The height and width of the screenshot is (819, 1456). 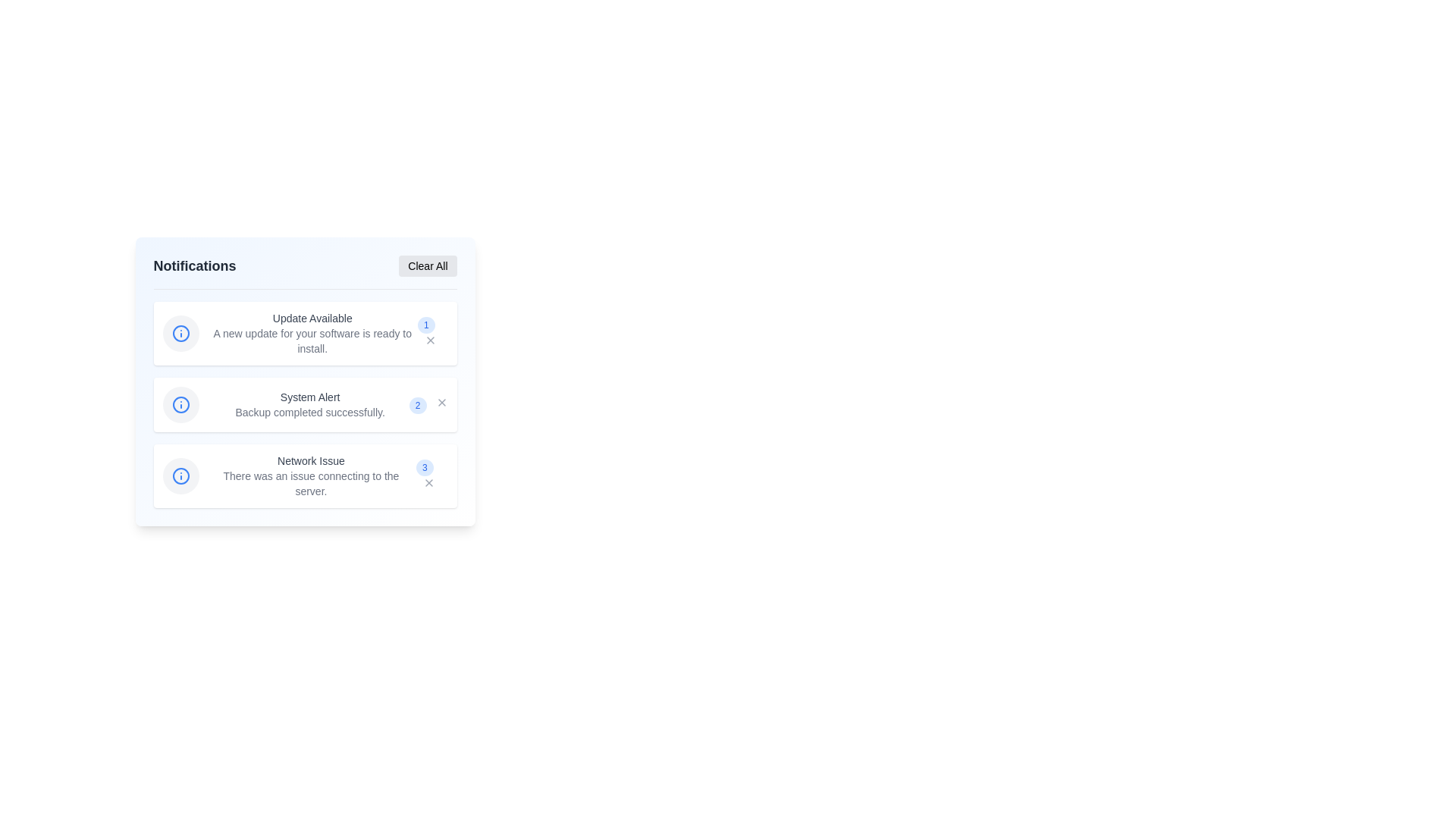 What do you see at coordinates (428, 403) in the screenshot?
I see `numerical content of the Indicator Badge located in the second notification card, positioned to the right of the text description and left of the 'X' close button` at bounding box center [428, 403].